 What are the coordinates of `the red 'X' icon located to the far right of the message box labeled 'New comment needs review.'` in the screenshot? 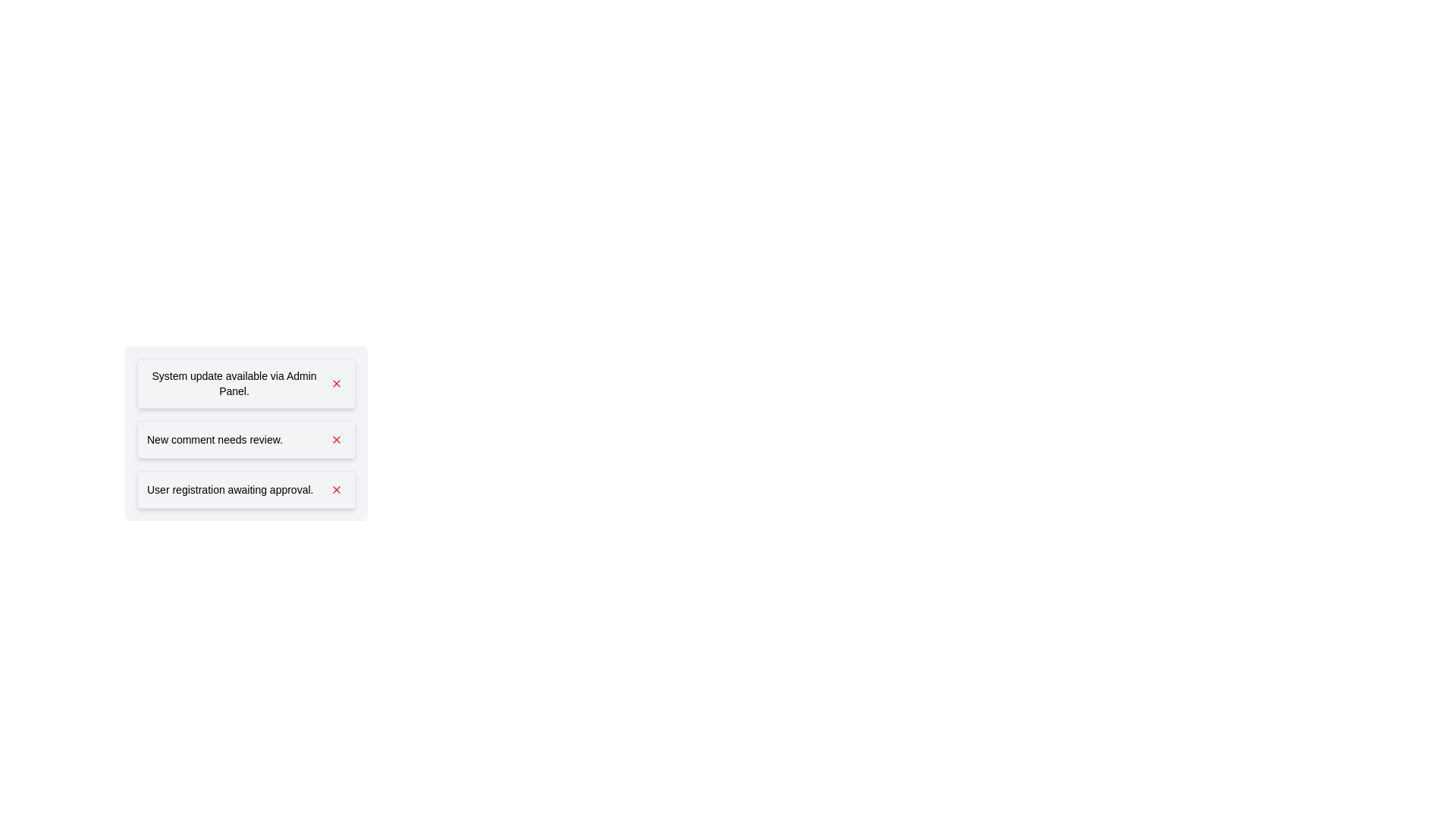 It's located at (336, 439).